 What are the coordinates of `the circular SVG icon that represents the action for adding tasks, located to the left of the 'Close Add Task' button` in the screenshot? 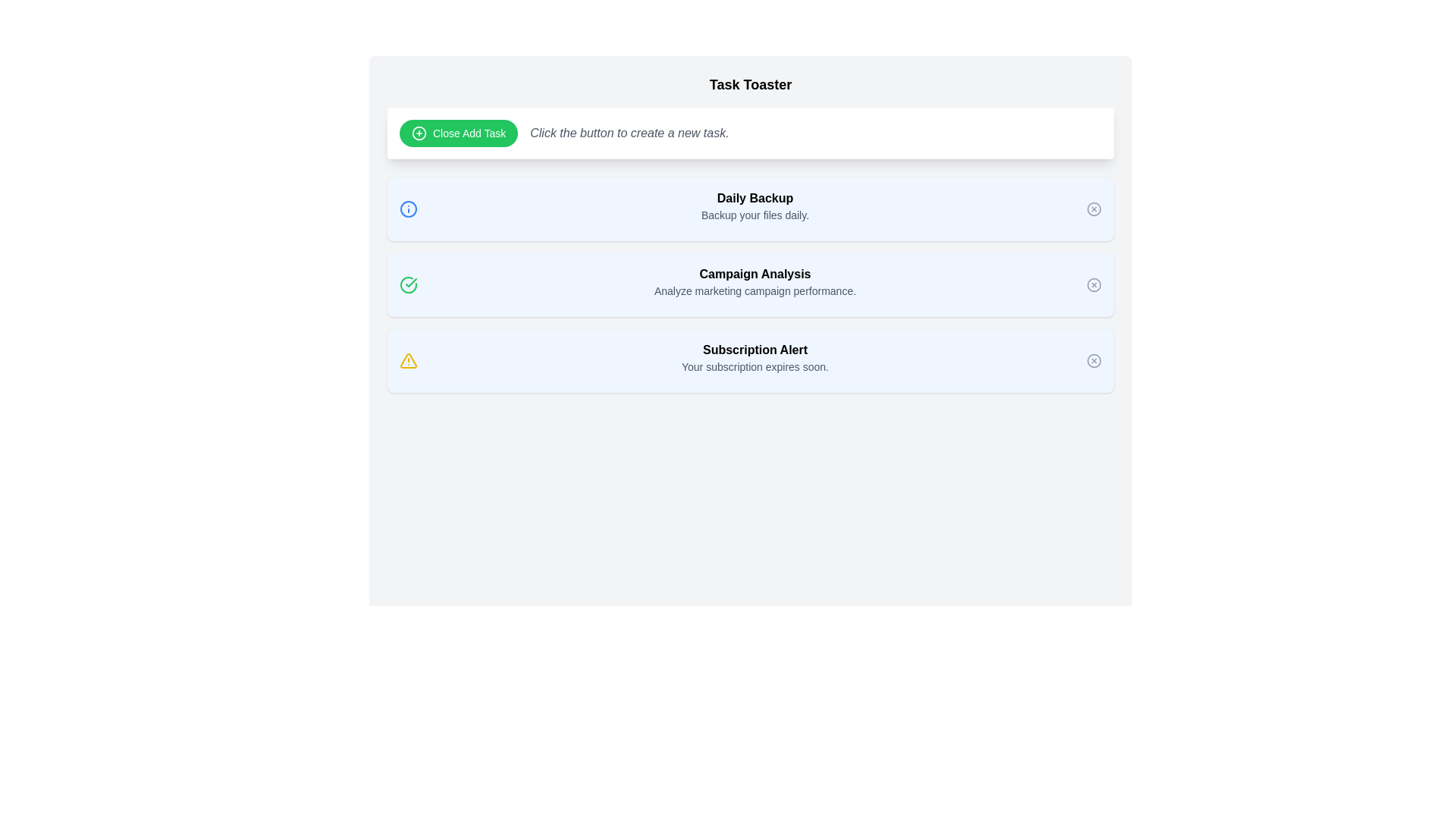 It's located at (419, 133).